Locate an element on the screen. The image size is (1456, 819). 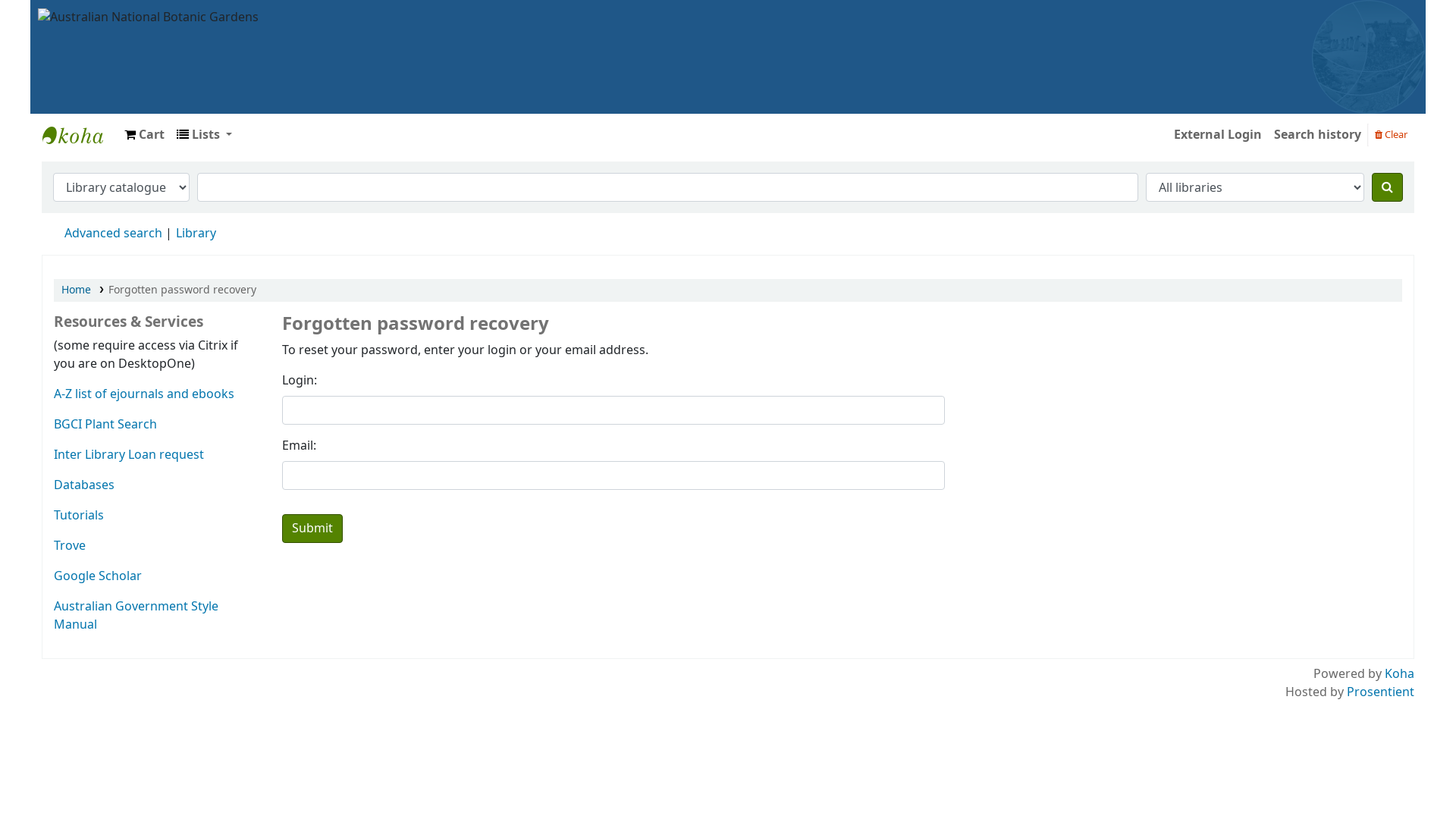
'Databases' is located at coordinates (54, 485).